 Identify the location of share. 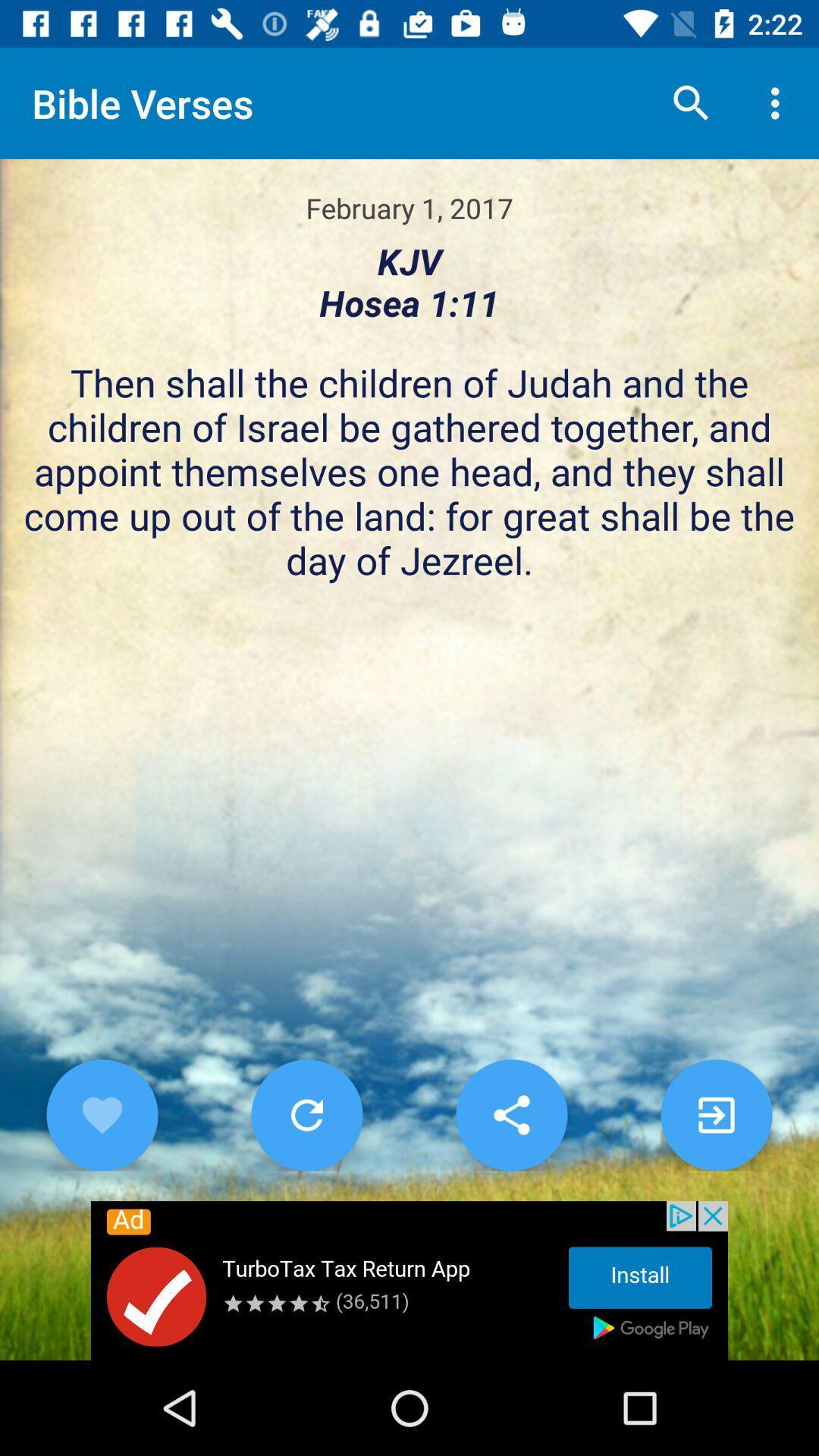
(512, 1115).